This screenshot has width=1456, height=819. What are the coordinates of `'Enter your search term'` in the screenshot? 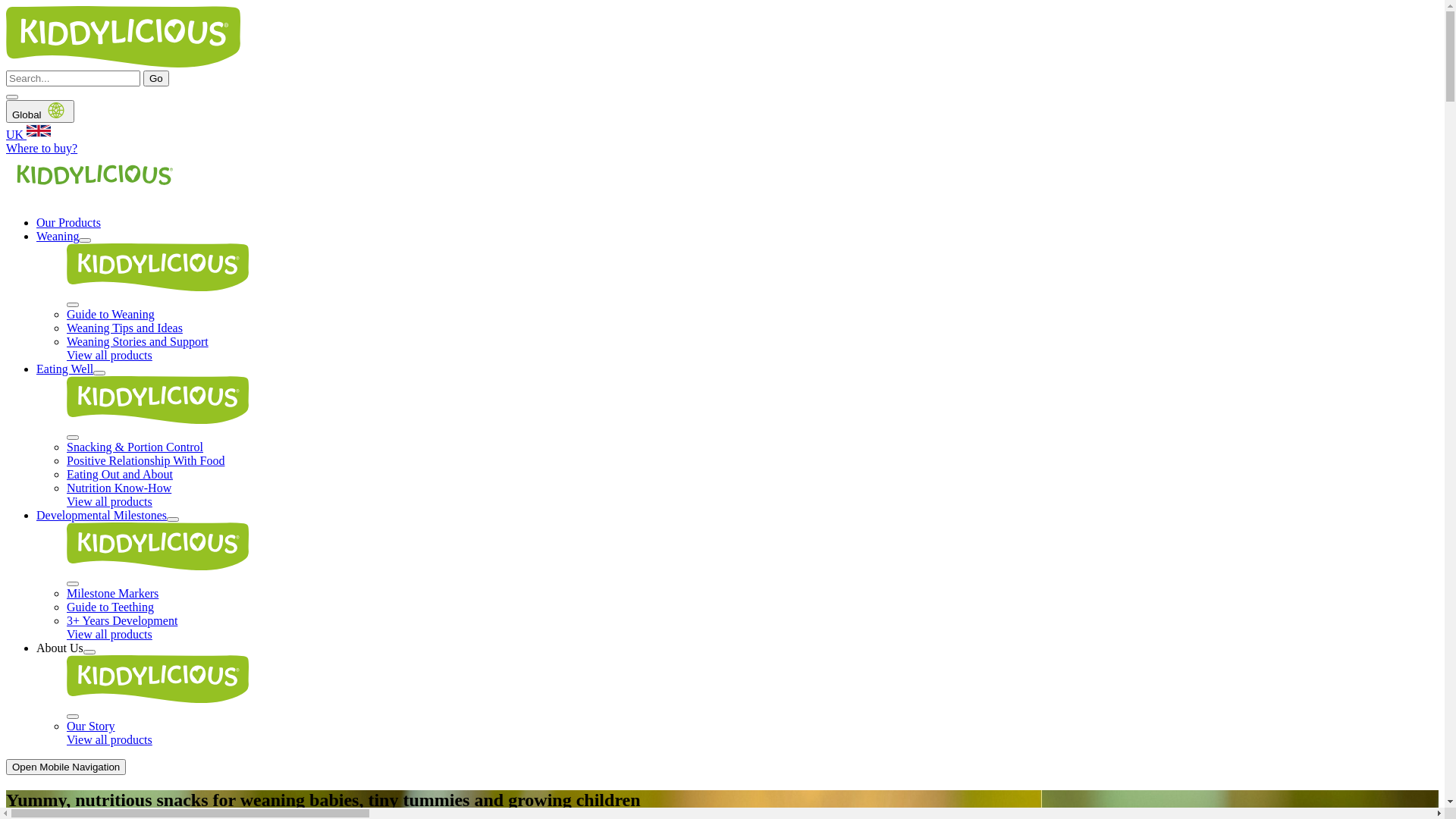 It's located at (6, 78).